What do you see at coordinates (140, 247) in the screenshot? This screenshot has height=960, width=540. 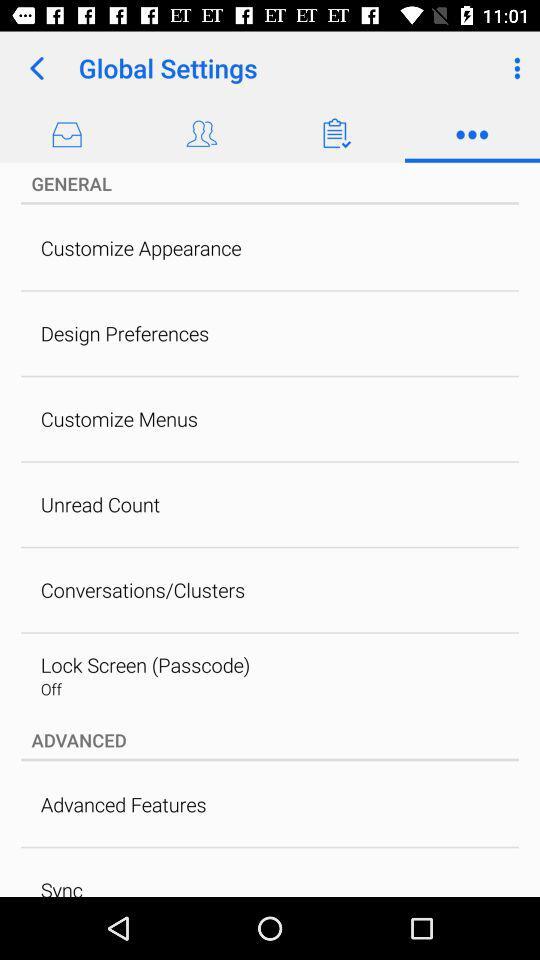 I see `item below general icon` at bounding box center [140, 247].